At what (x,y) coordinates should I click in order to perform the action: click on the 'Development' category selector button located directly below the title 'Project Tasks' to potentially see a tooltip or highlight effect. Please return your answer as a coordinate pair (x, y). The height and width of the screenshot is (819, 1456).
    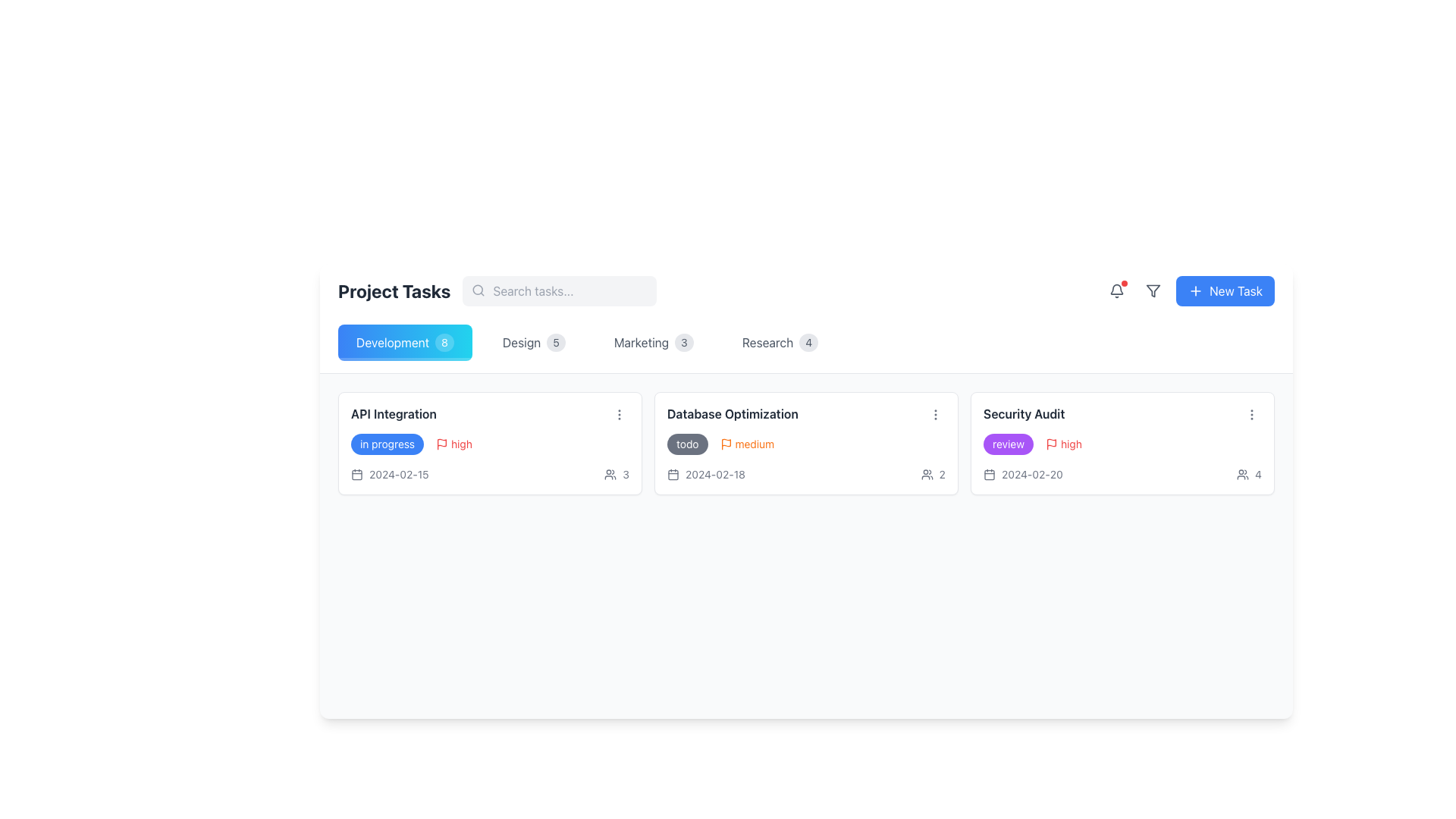
    Looking at the image, I should click on (405, 342).